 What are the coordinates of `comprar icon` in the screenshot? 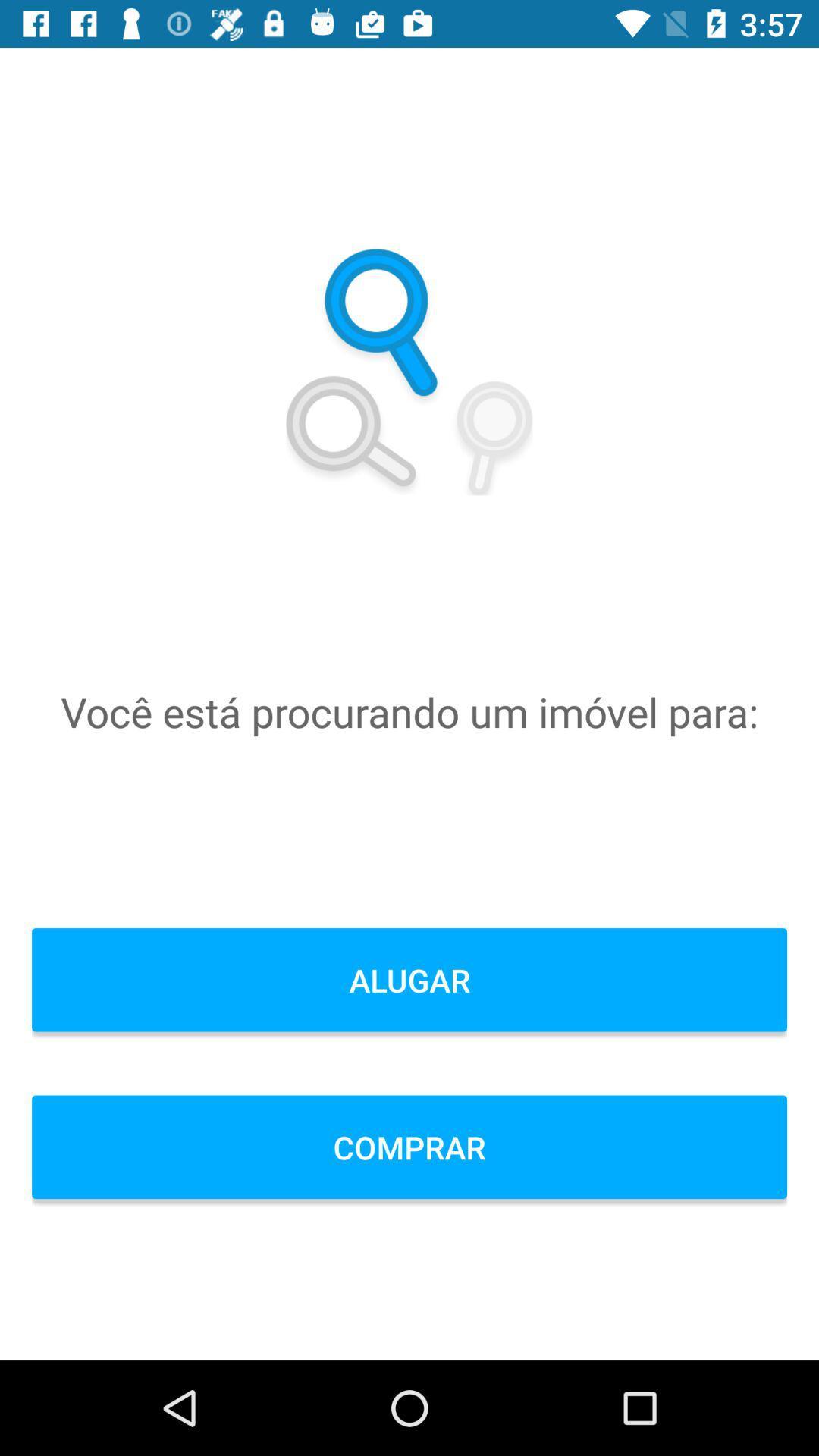 It's located at (409, 1147).